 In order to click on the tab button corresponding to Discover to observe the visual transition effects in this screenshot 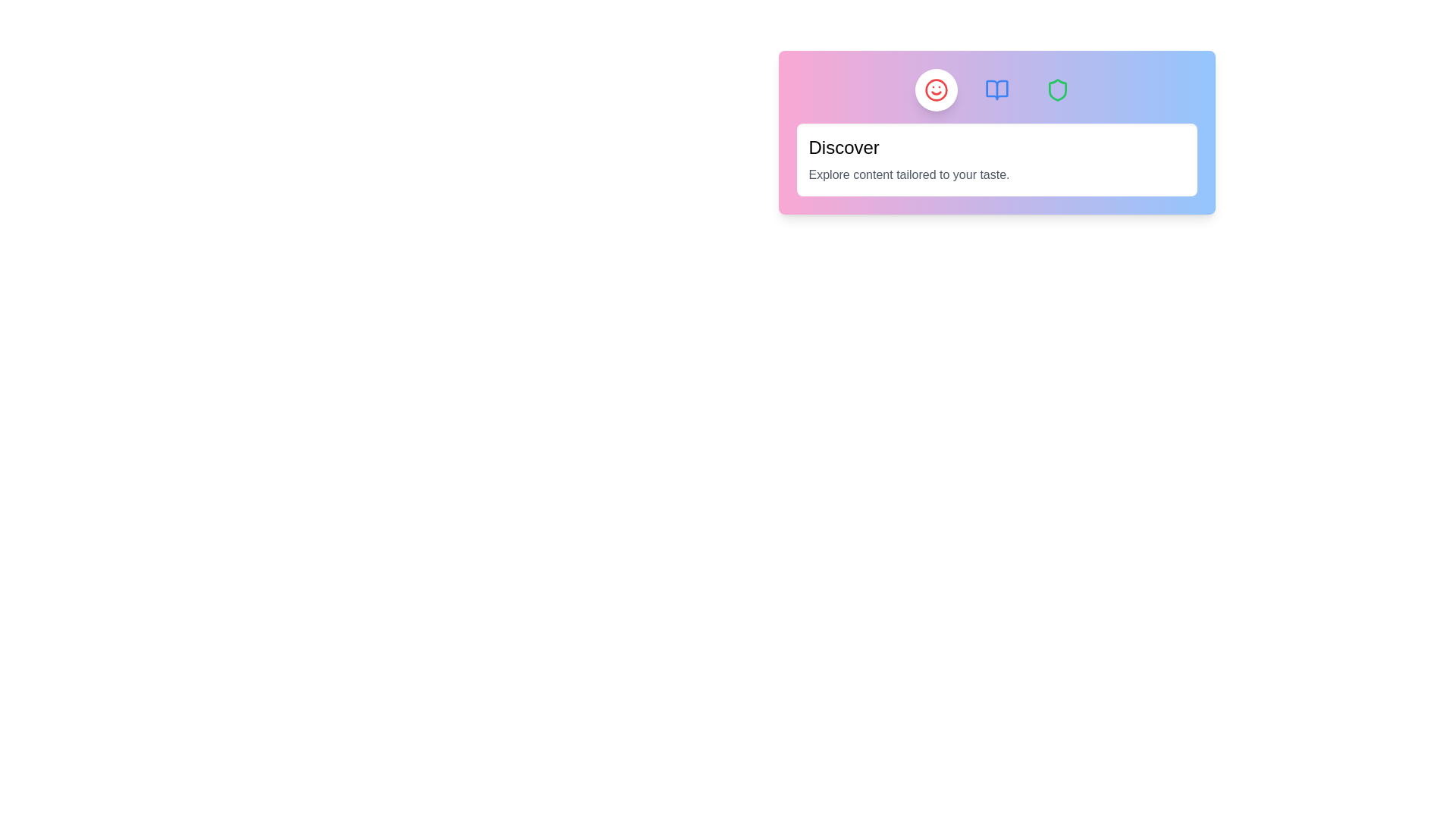, I will do `click(935, 90)`.